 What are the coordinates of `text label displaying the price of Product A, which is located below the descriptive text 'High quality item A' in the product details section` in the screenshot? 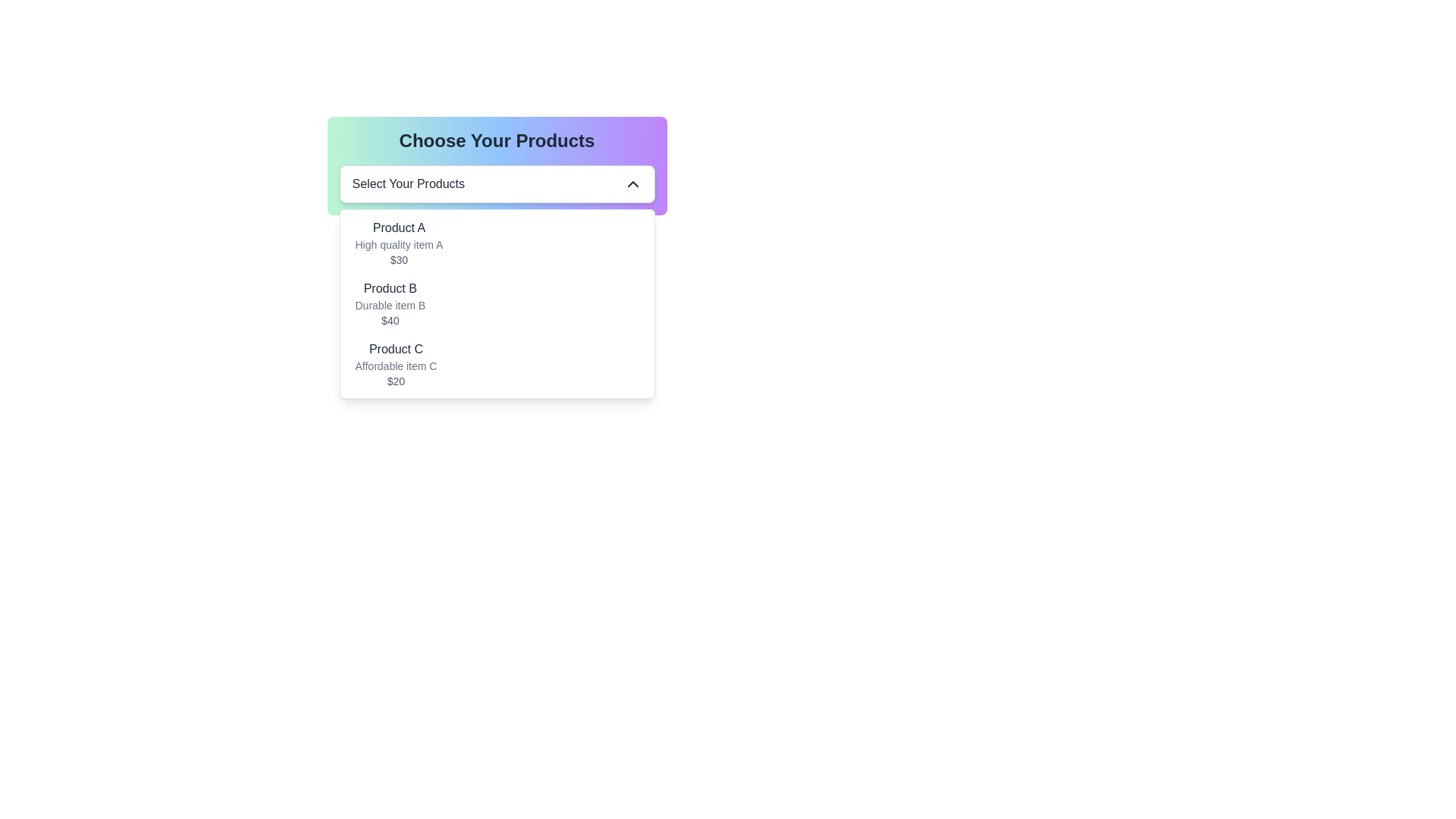 It's located at (399, 259).